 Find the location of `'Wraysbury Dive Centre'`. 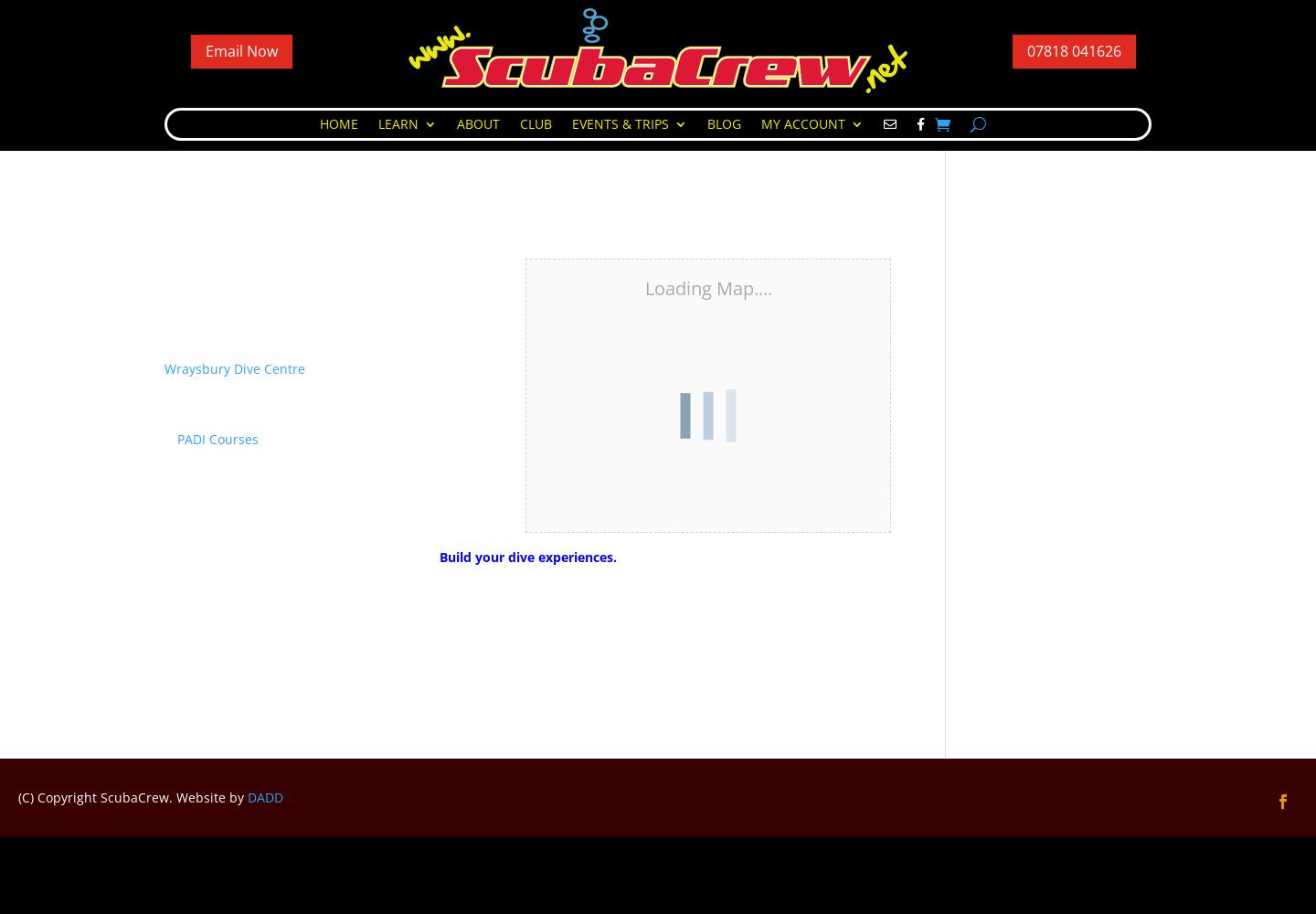

'Wraysbury Dive Centre' is located at coordinates (234, 368).